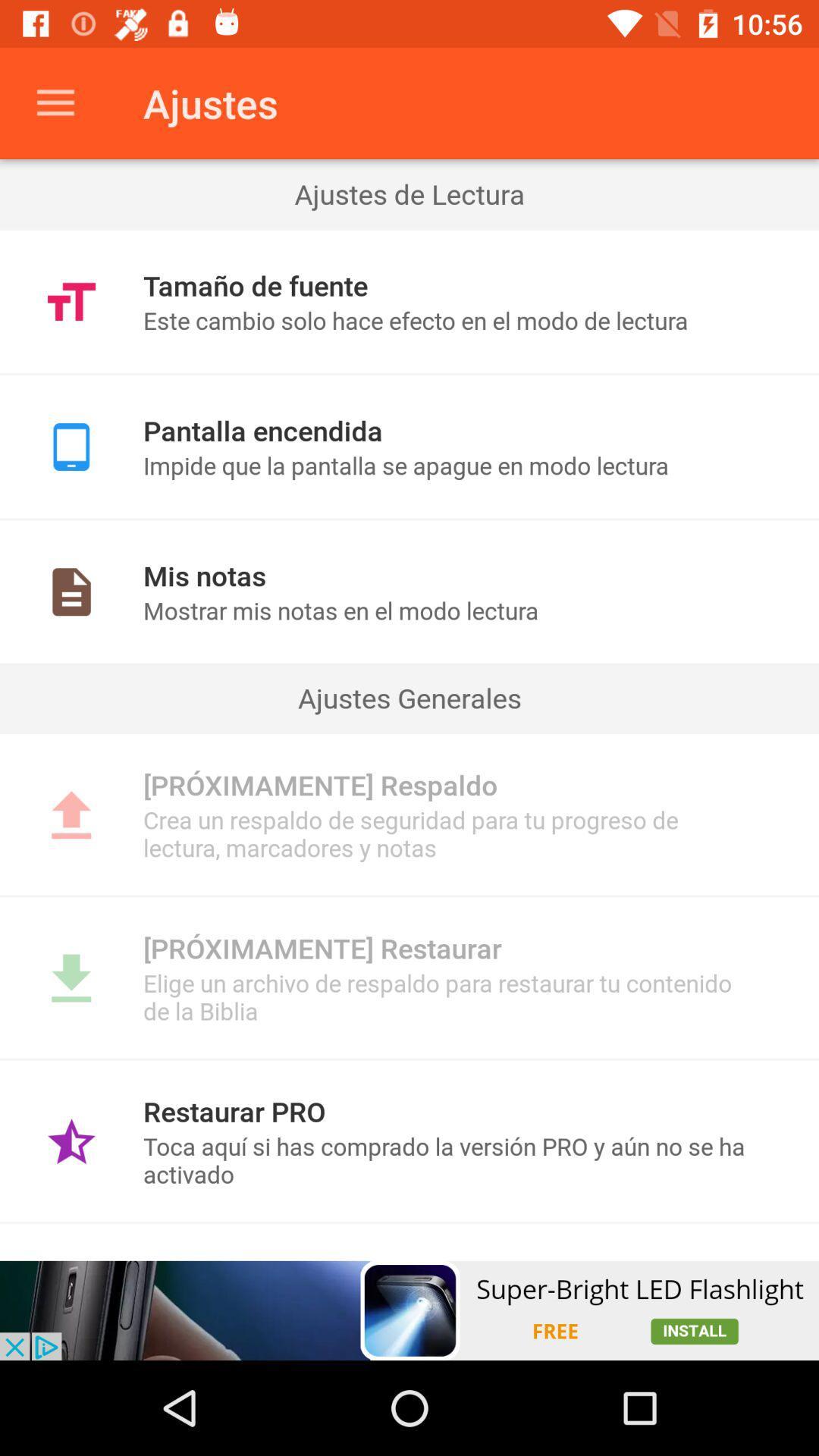  What do you see at coordinates (448, 464) in the screenshot?
I see `impide que la` at bounding box center [448, 464].